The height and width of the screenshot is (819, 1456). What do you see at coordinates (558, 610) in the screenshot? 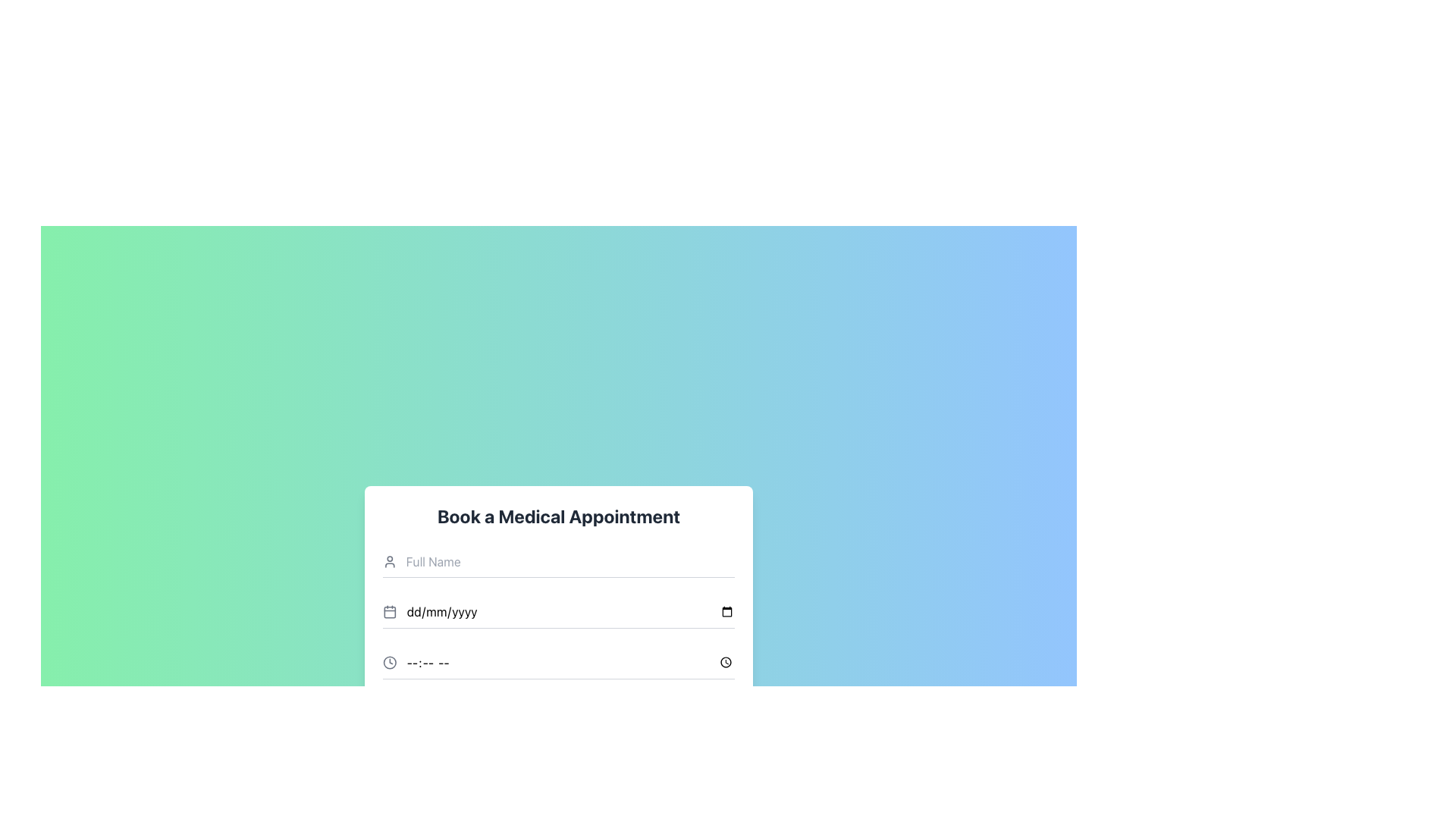
I see `the Date input field` at bounding box center [558, 610].